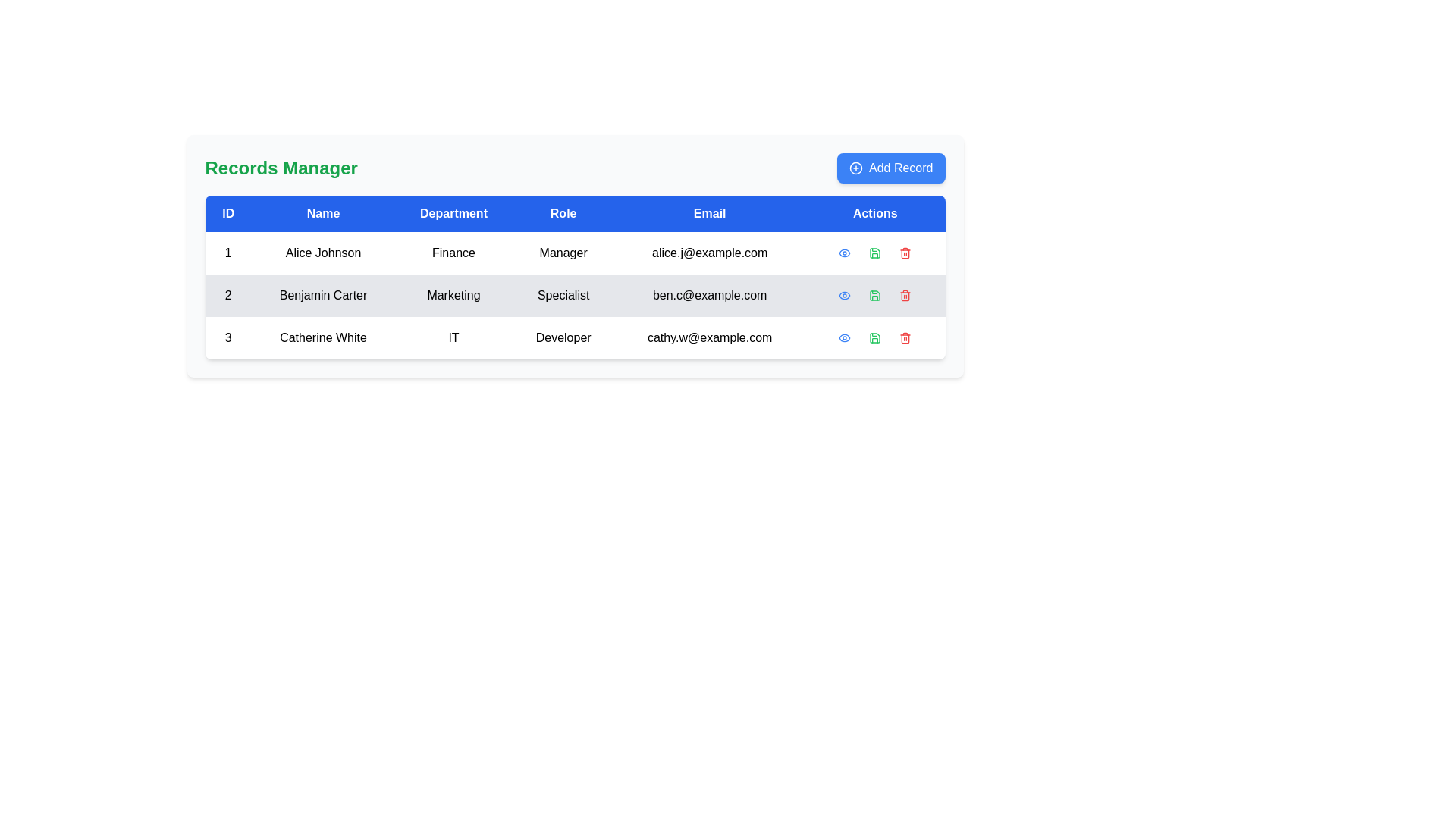 The height and width of the screenshot is (819, 1456). Describe the element at coordinates (281, 168) in the screenshot. I see `the 'Records Manager' text label, which is styled with large, bold, green text and is located in the upper-left of the interface, above the tabular data section` at that location.